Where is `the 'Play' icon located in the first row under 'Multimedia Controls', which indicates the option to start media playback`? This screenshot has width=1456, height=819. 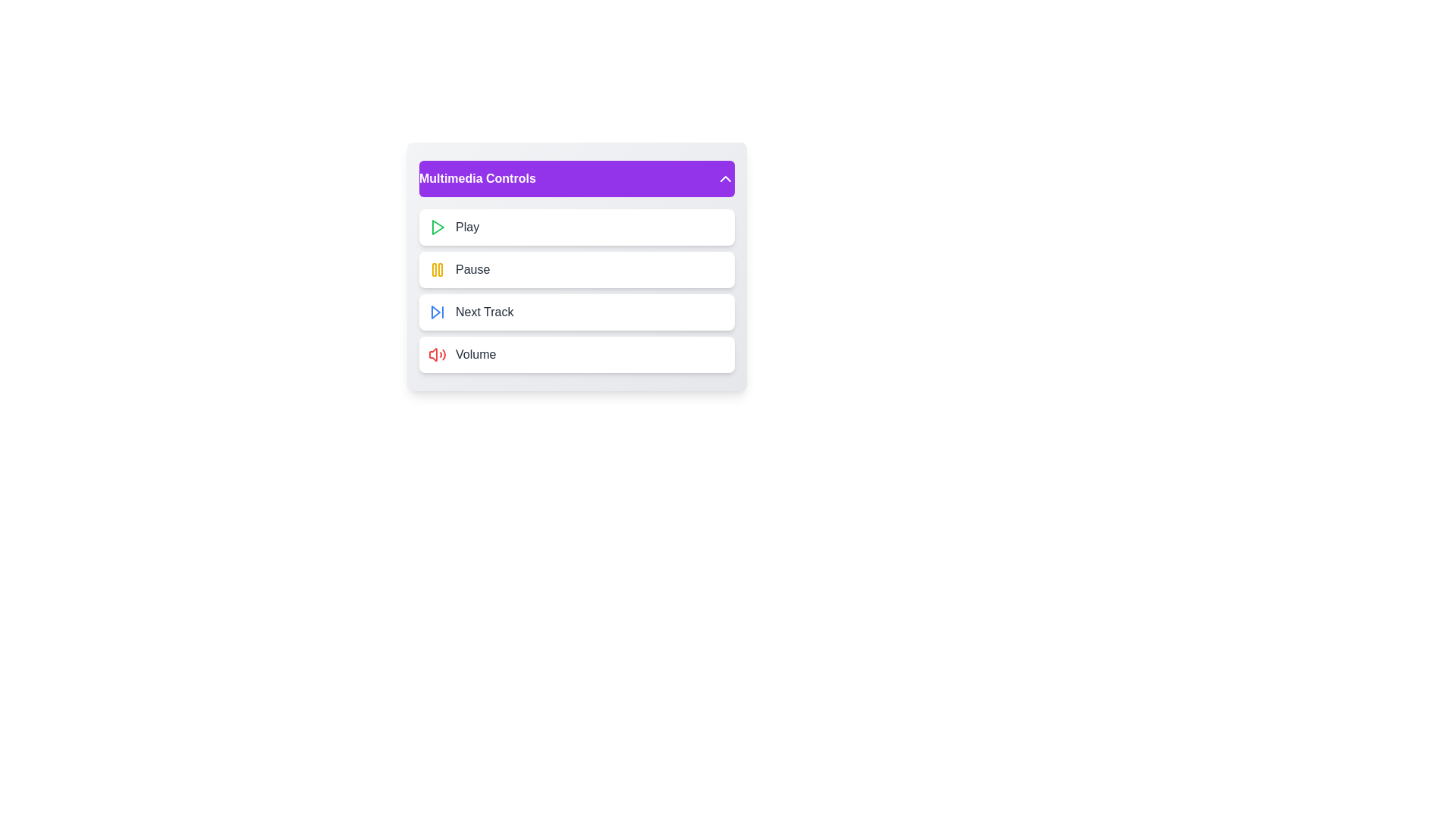
the 'Play' icon located in the first row under 'Multimedia Controls', which indicates the option to start media playback is located at coordinates (437, 227).